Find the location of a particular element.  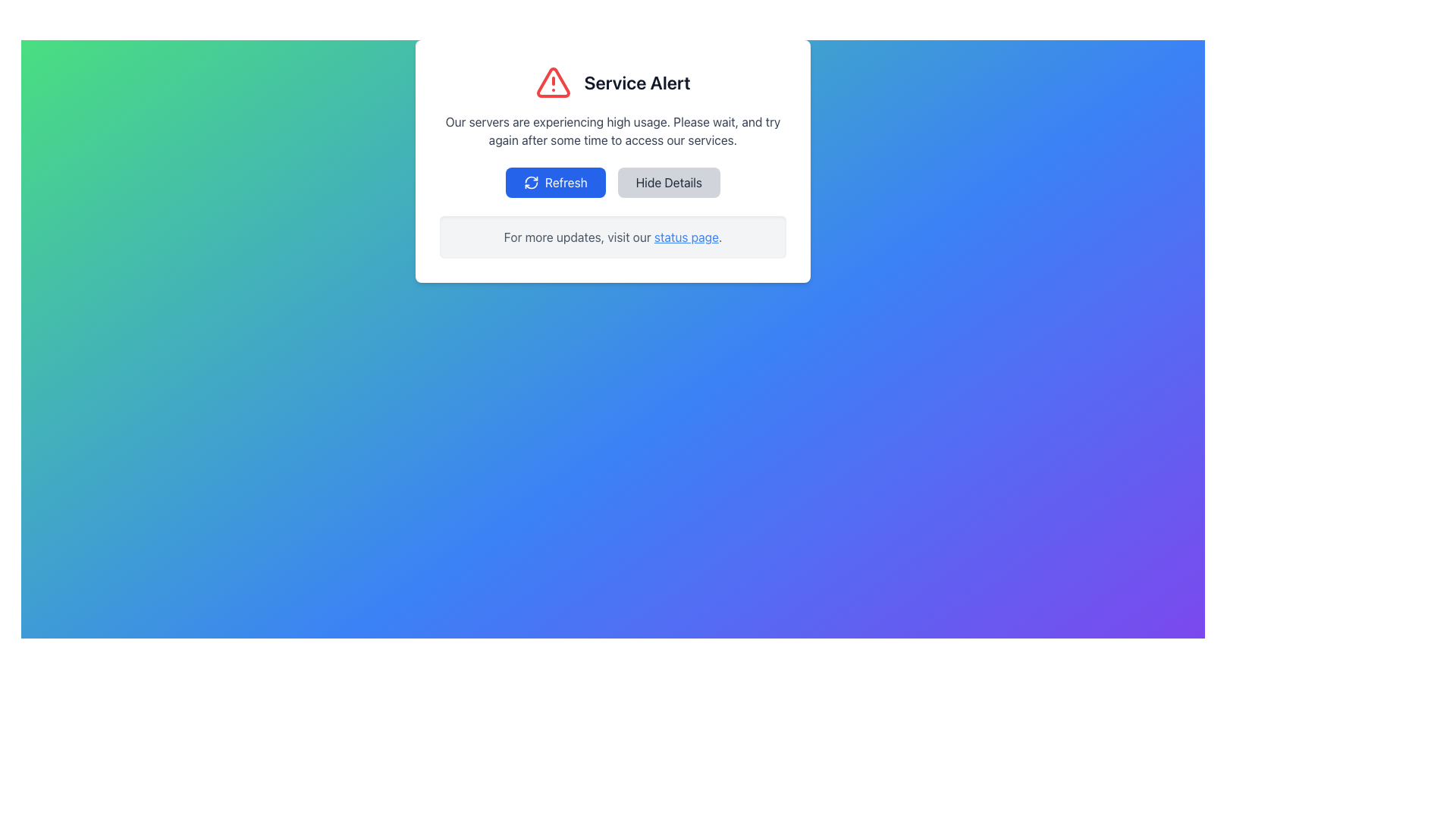

the Text Label that serves as a header or alert title, positioned next to a red warning triangle icon, to convey an important notice or alert is located at coordinates (637, 82).